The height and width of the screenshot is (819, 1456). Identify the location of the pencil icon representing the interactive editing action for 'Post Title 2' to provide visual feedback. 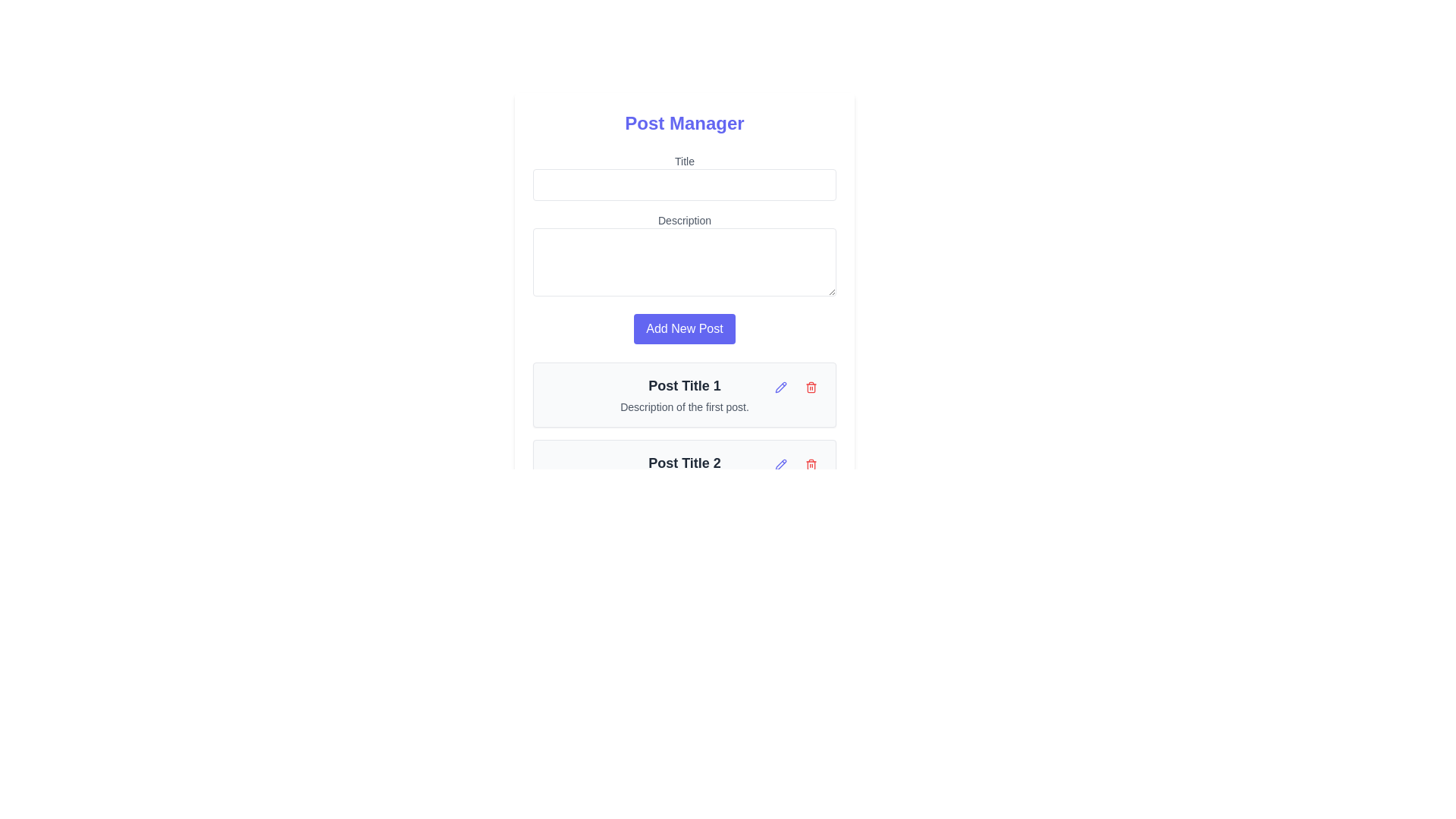
(781, 386).